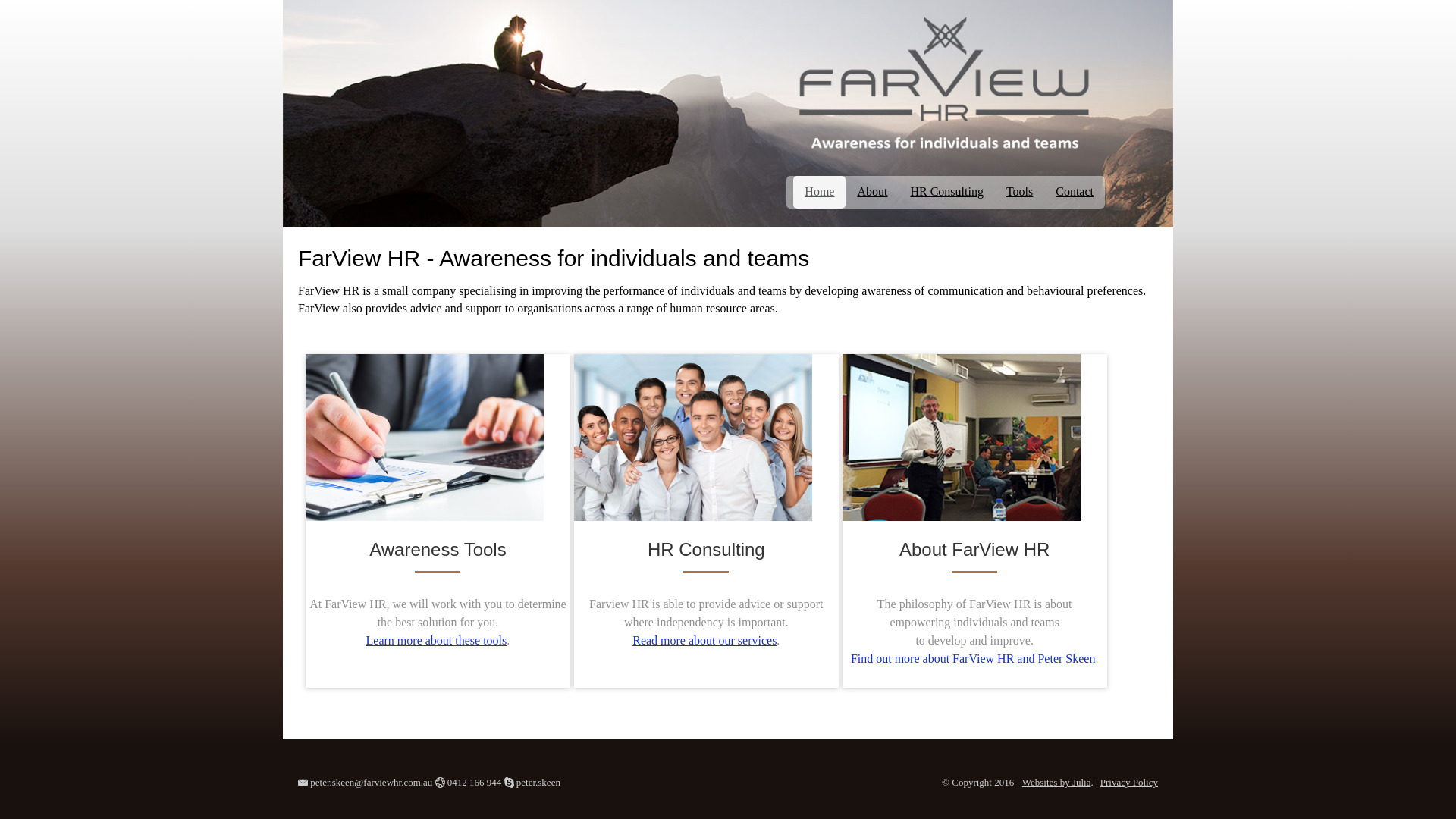 The image size is (1456, 819). I want to click on 'Find out more about FarView HR and Peter Skeen', so click(973, 657).